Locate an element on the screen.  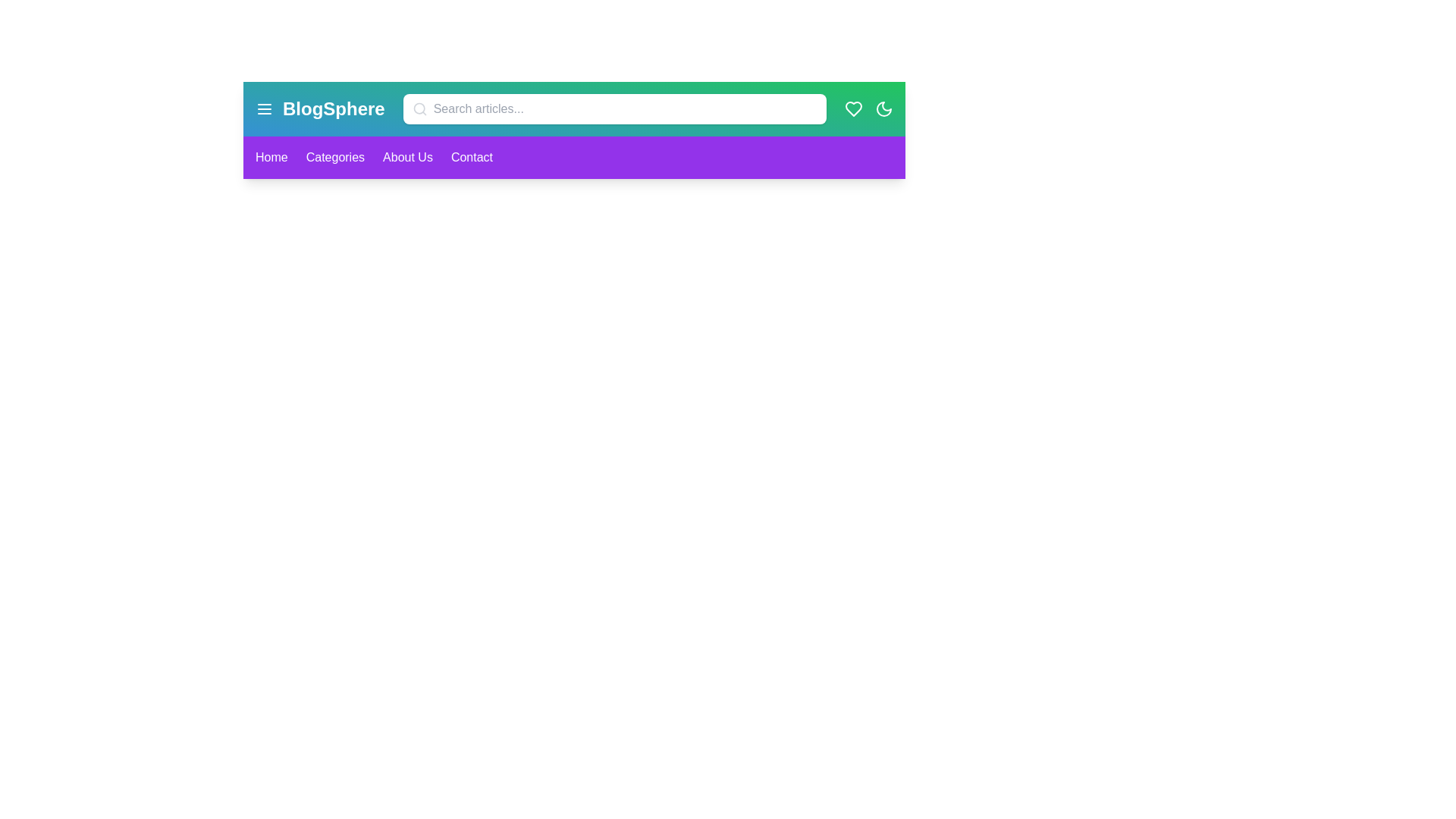
the 'Categories' link in the navigation bar is located at coordinates (334, 158).